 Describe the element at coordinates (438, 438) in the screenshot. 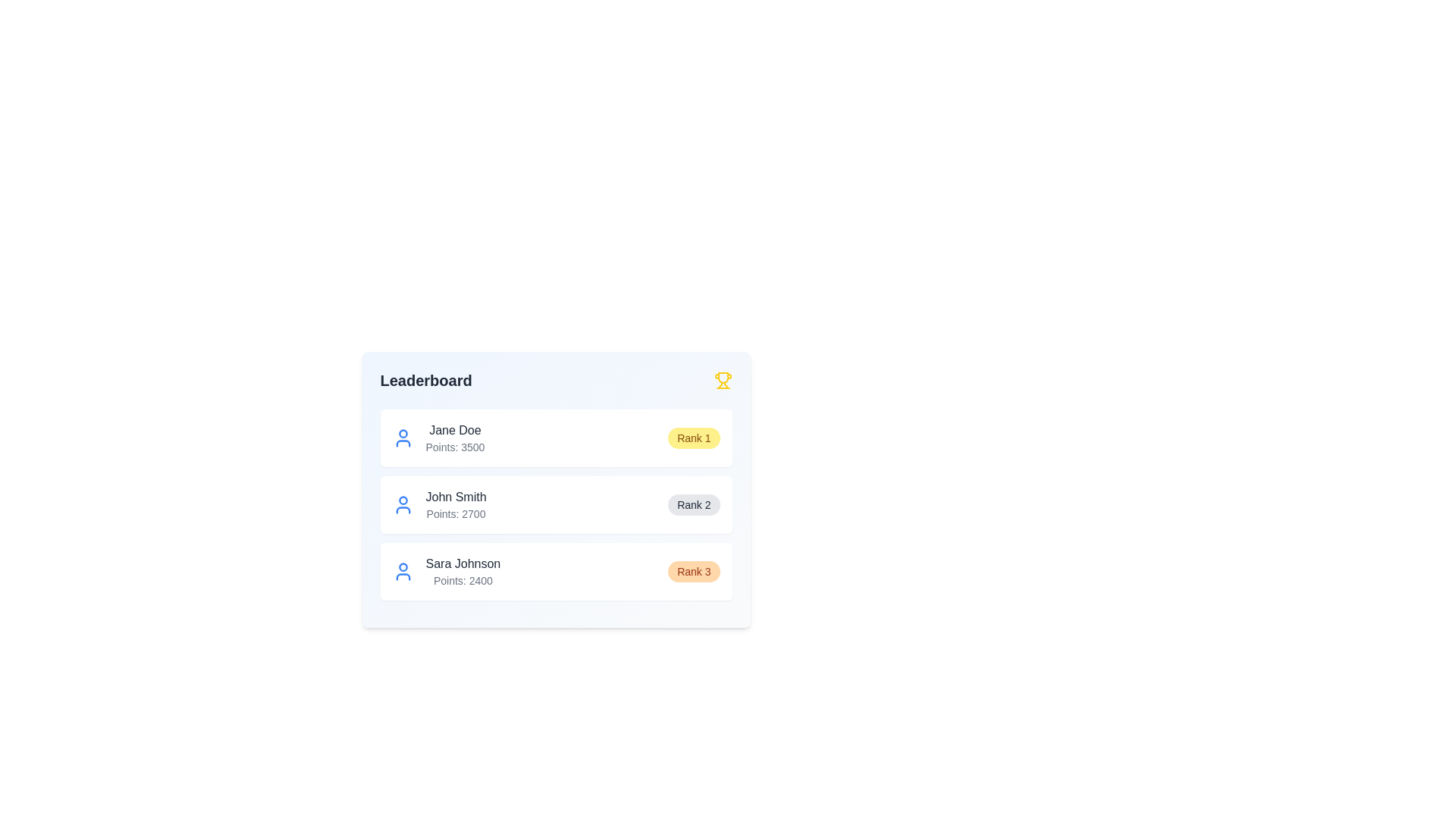

I see `the Text element displaying the user's name and score in the leaderboard, located at the topmost position, to the left of 'Rank 1'` at that location.